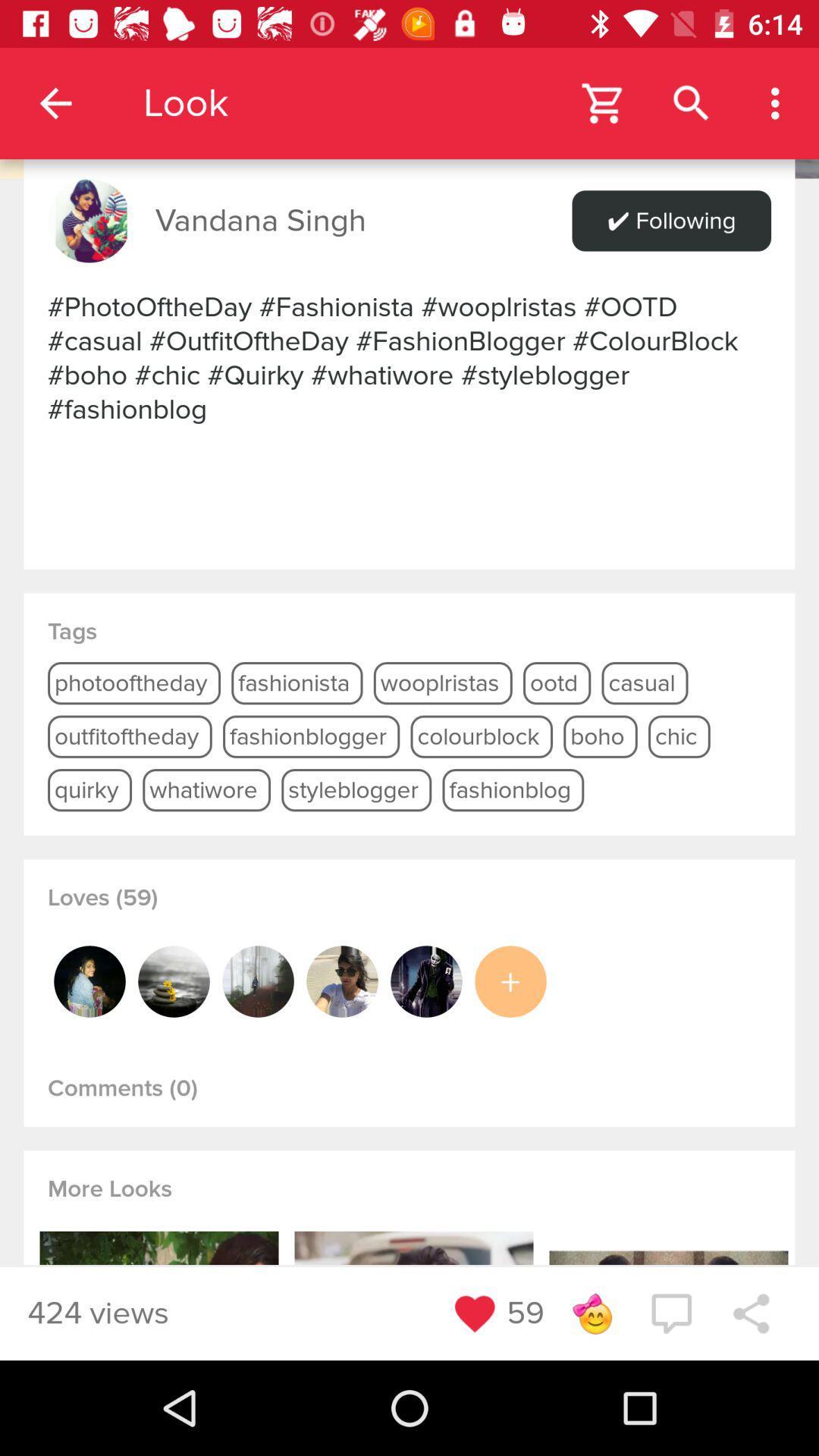 Image resolution: width=819 pixels, height=1456 pixels. What do you see at coordinates (591, 1313) in the screenshot?
I see `feeling via emoji option` at bounding box center [591, 1313].